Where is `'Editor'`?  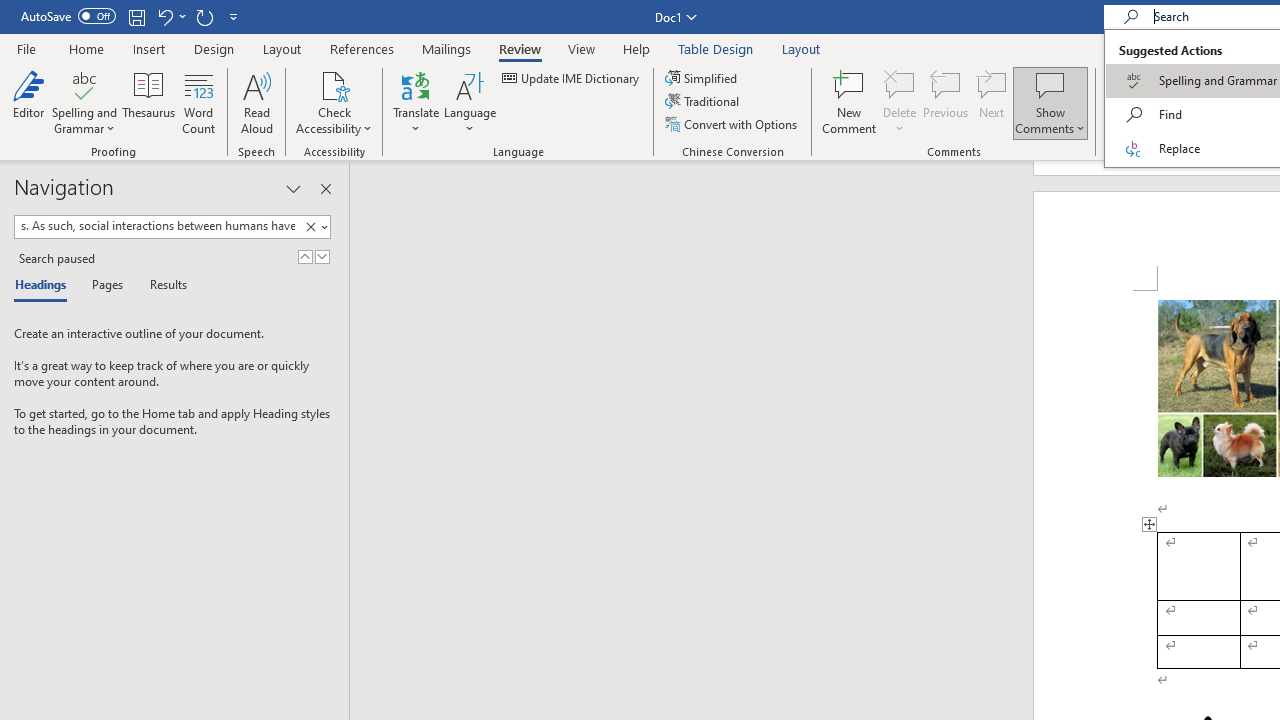 'Editor' is located at coordinates (28, 103).